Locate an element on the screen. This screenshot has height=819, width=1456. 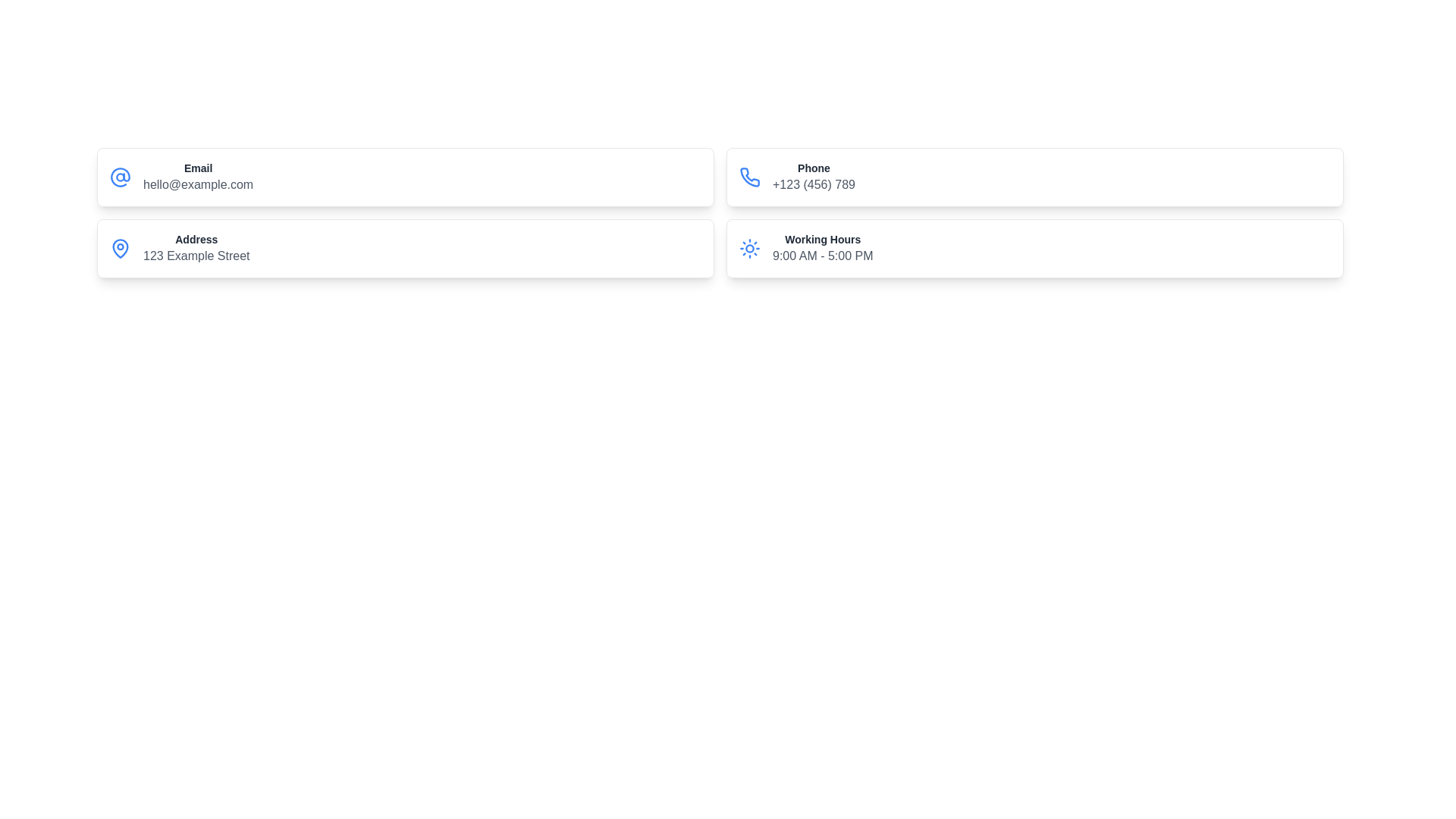
the static text label indicating working hours, positioned above the text '9:00 AM - 5:00 PM' on the right side of the interface is located at coordinates (822, 239).